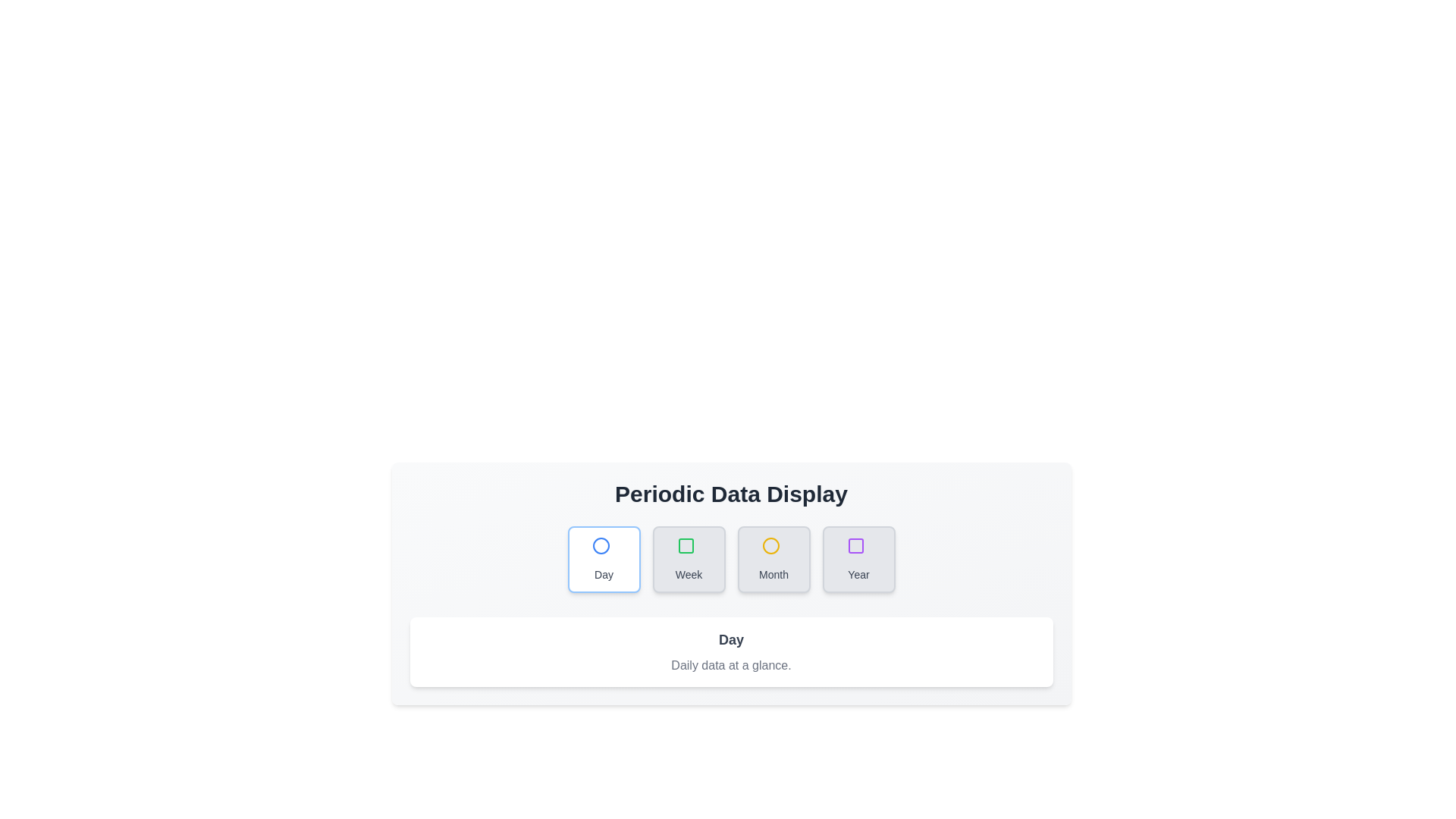 Image resolution: width=1456 pixels, height=819 pixels. Describe the element at coordinates (855, 546) in the screenshot. I see `the 'Year' view button with an icon, the fourth button in the row below 'Periodic Data Display'` at that location.